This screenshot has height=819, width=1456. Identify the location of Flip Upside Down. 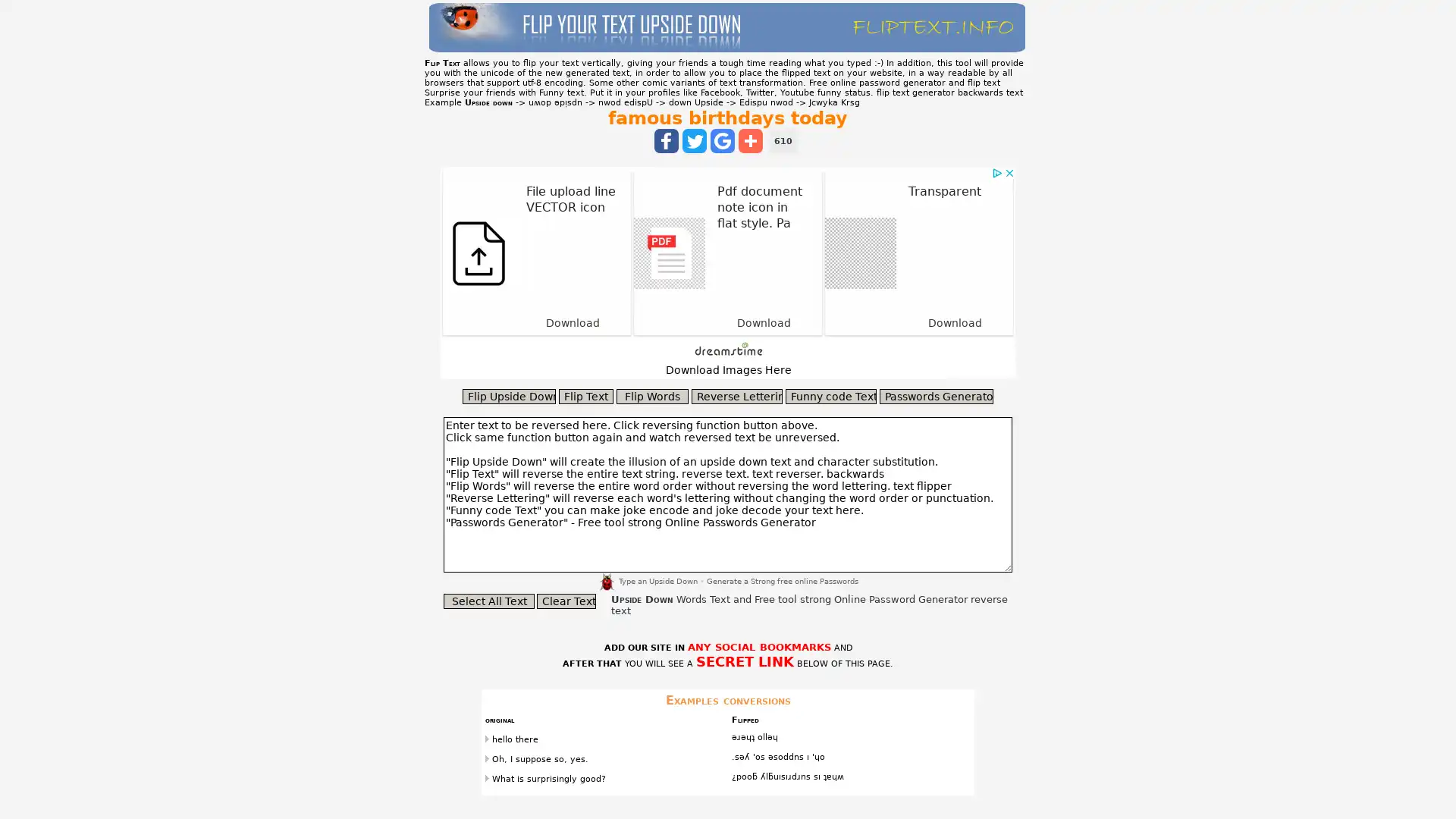
(509, 396).